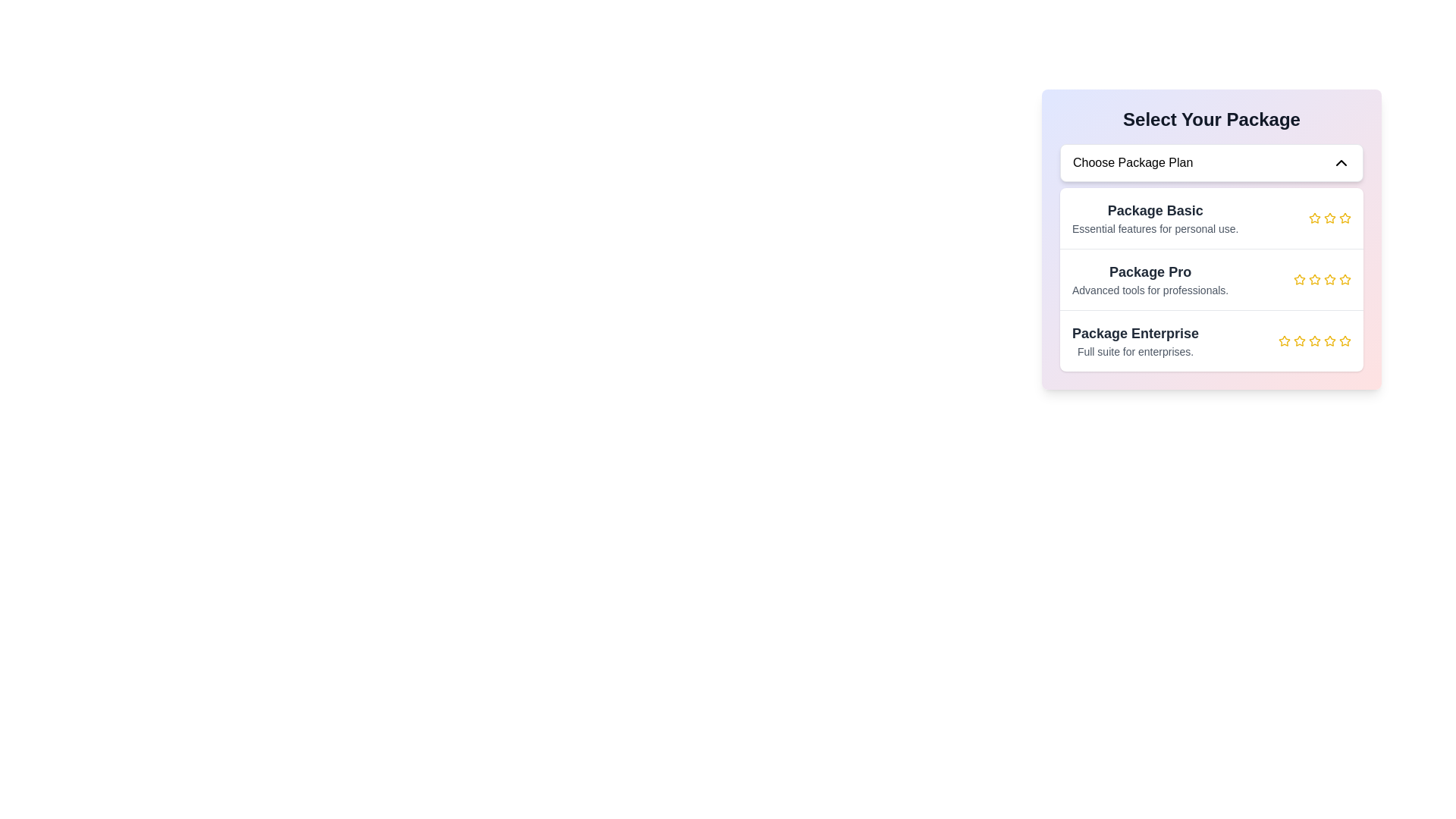 The height and width of the screenshot is (819, 1456). What do you see at coordinates (1345, 280) in the screenshot?
I see `the fifth yellow star icon in the rating display for the 'Package Pro' option to rate it` at bounding box center [1345, 280].